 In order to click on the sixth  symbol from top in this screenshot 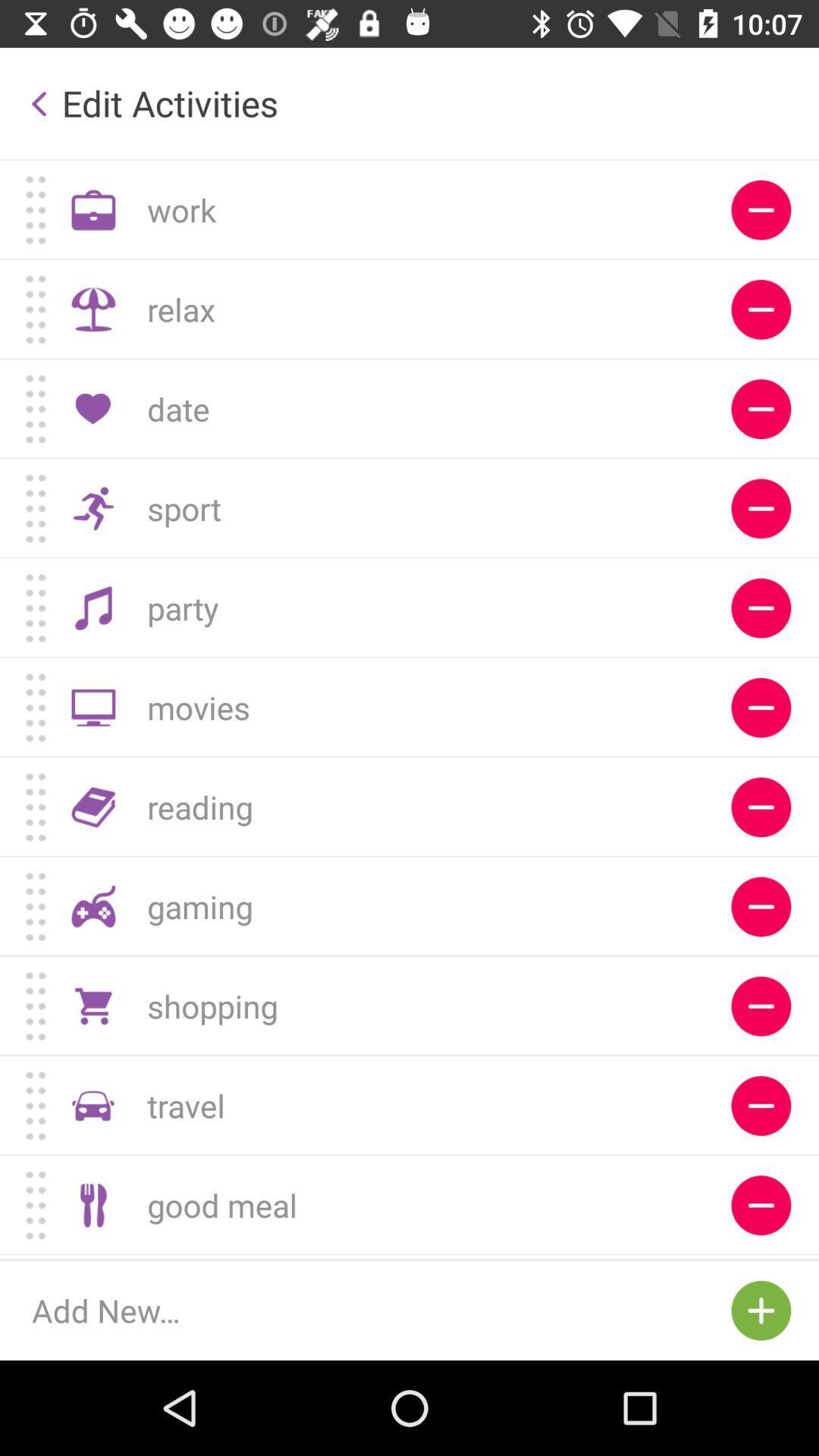, I will do `click(761, 707)`.